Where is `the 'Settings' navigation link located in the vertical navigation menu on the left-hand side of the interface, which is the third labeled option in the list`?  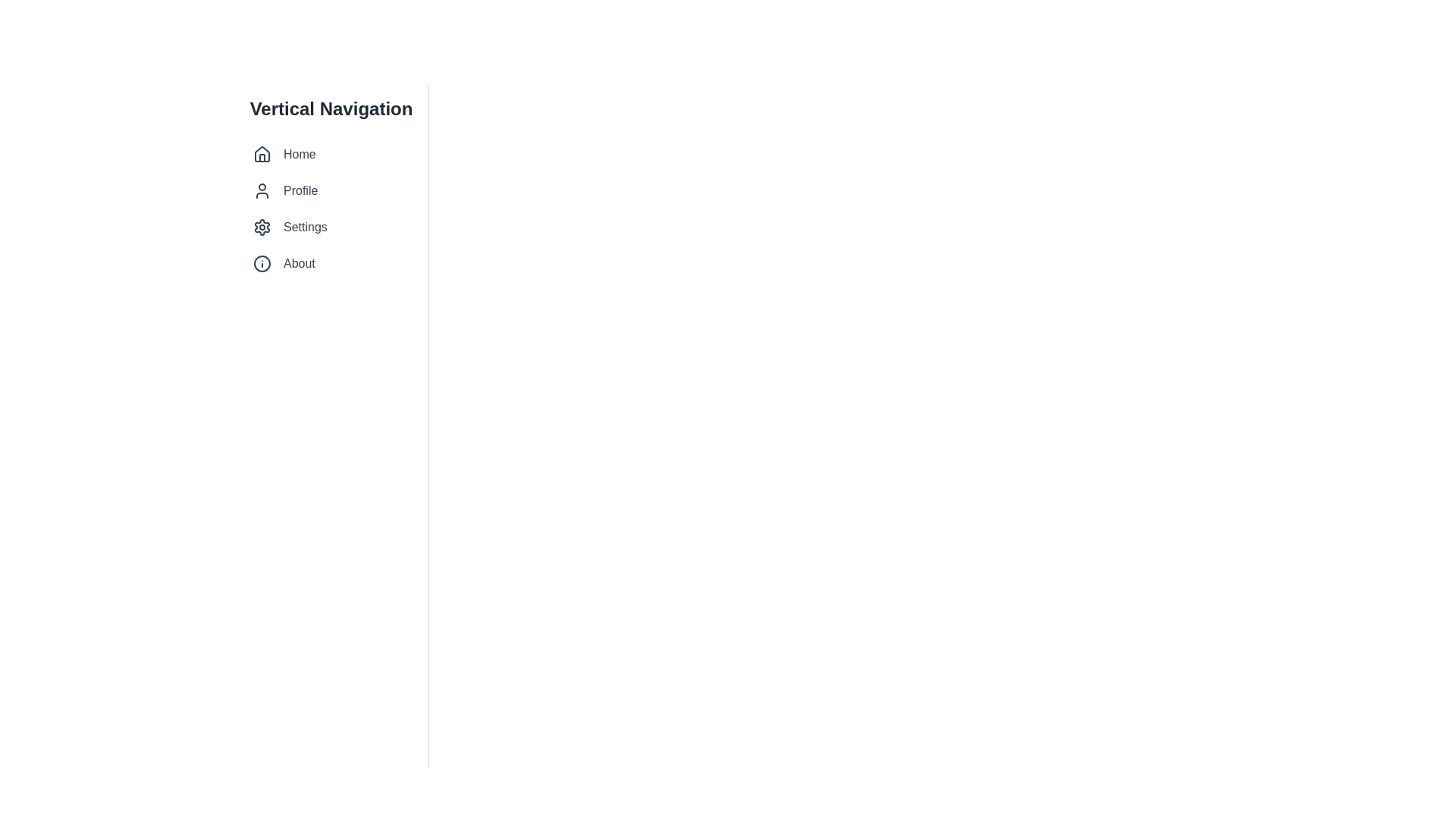 the 'Settings' navigation link located in the vertical navigation menu on the left-hand side of the interface, which is the third labeled option in the list is located at coordinates (304, 227).